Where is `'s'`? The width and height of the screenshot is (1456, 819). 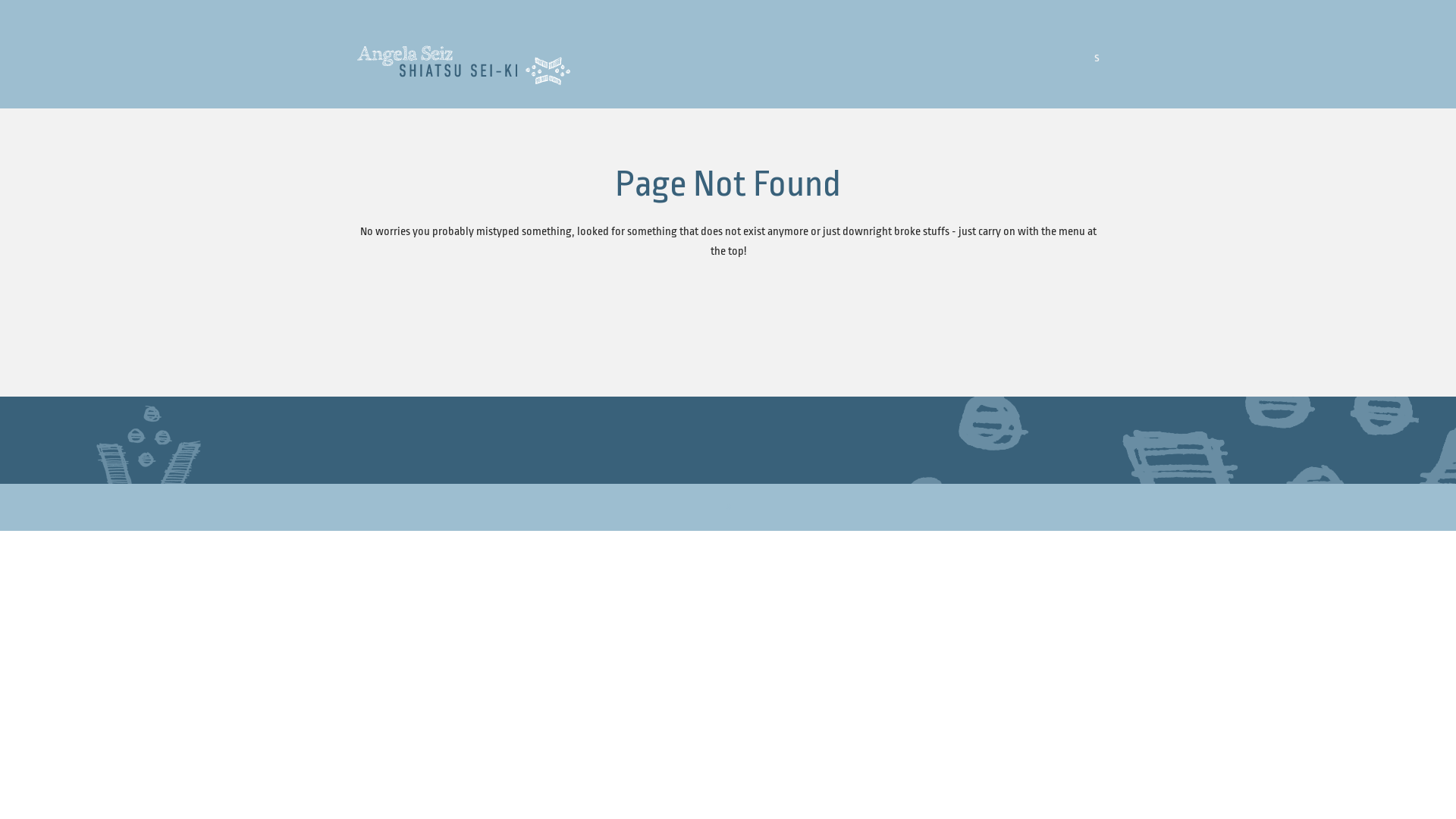
's' is located at coordinates (1094, 56).